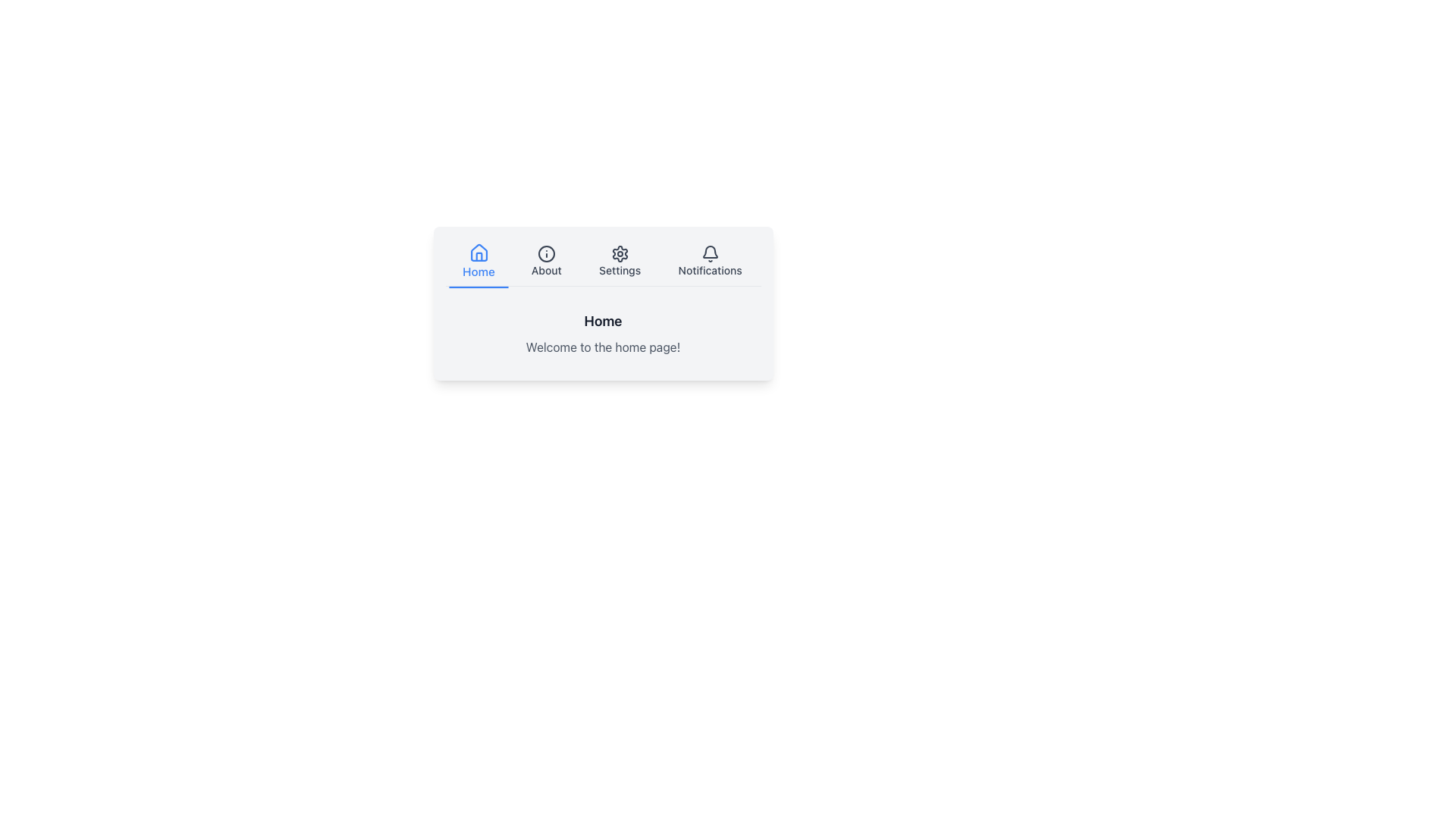 This screenshot has height=819, width=1456. Describe the element at coordinates (546, 253) in the screenshot. I see `the outer circular boundary of the 'About' icon in the navigation menu` at that location.